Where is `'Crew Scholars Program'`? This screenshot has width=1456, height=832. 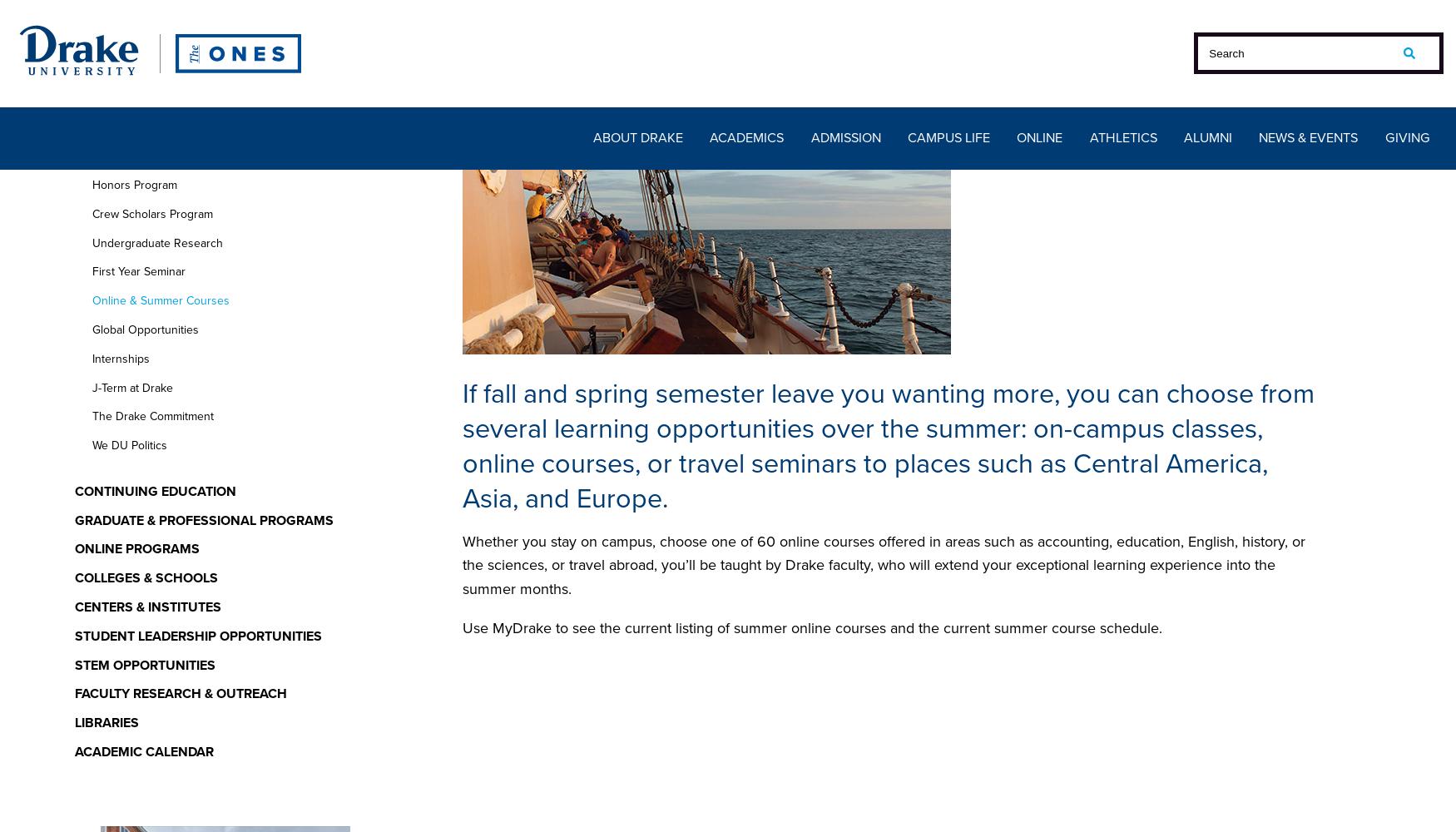 'Crew Scholars Program' is located at coordinates (151, 213).